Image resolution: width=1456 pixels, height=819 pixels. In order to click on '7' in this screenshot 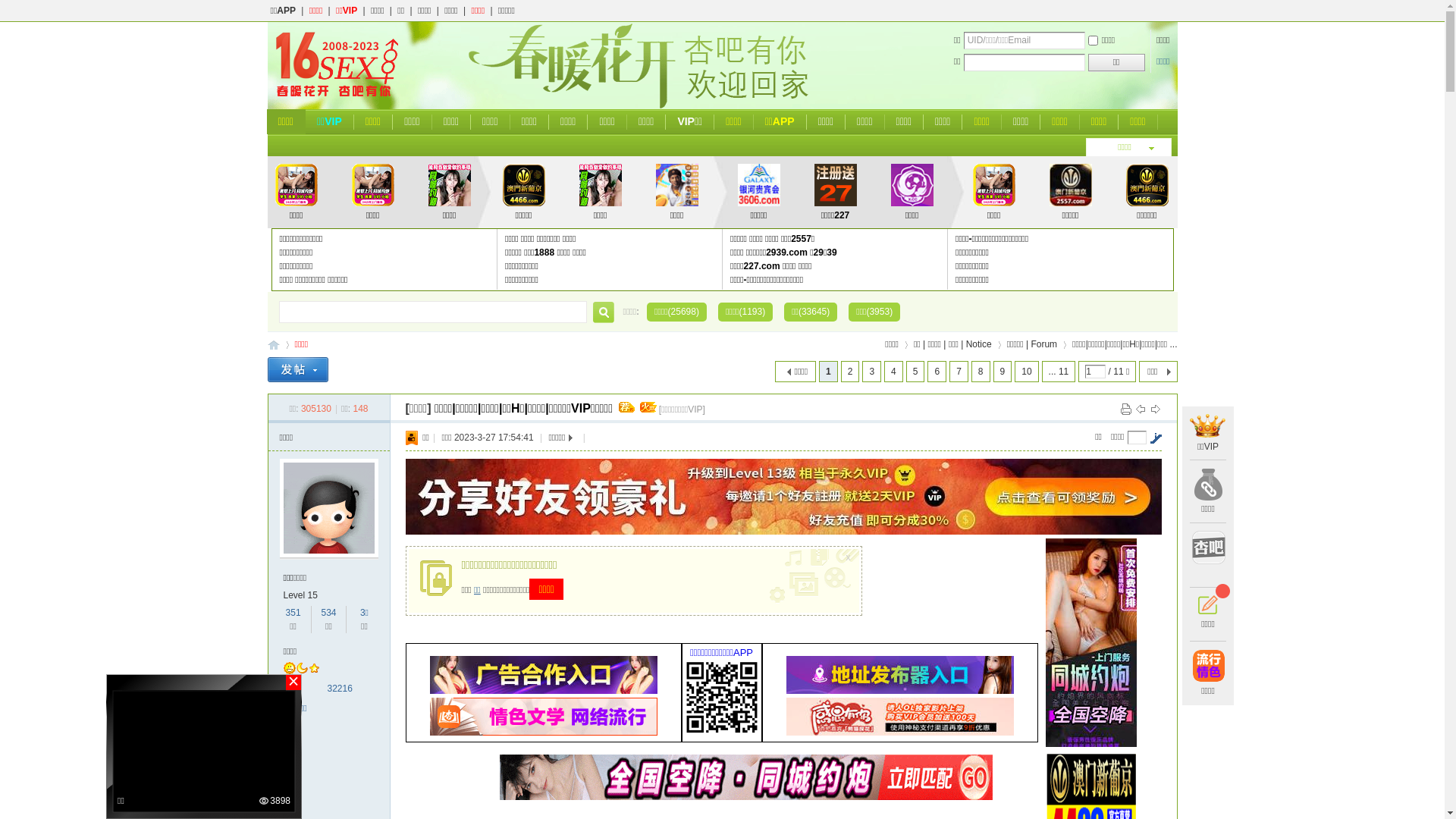, I will do `click(958, 371)`.